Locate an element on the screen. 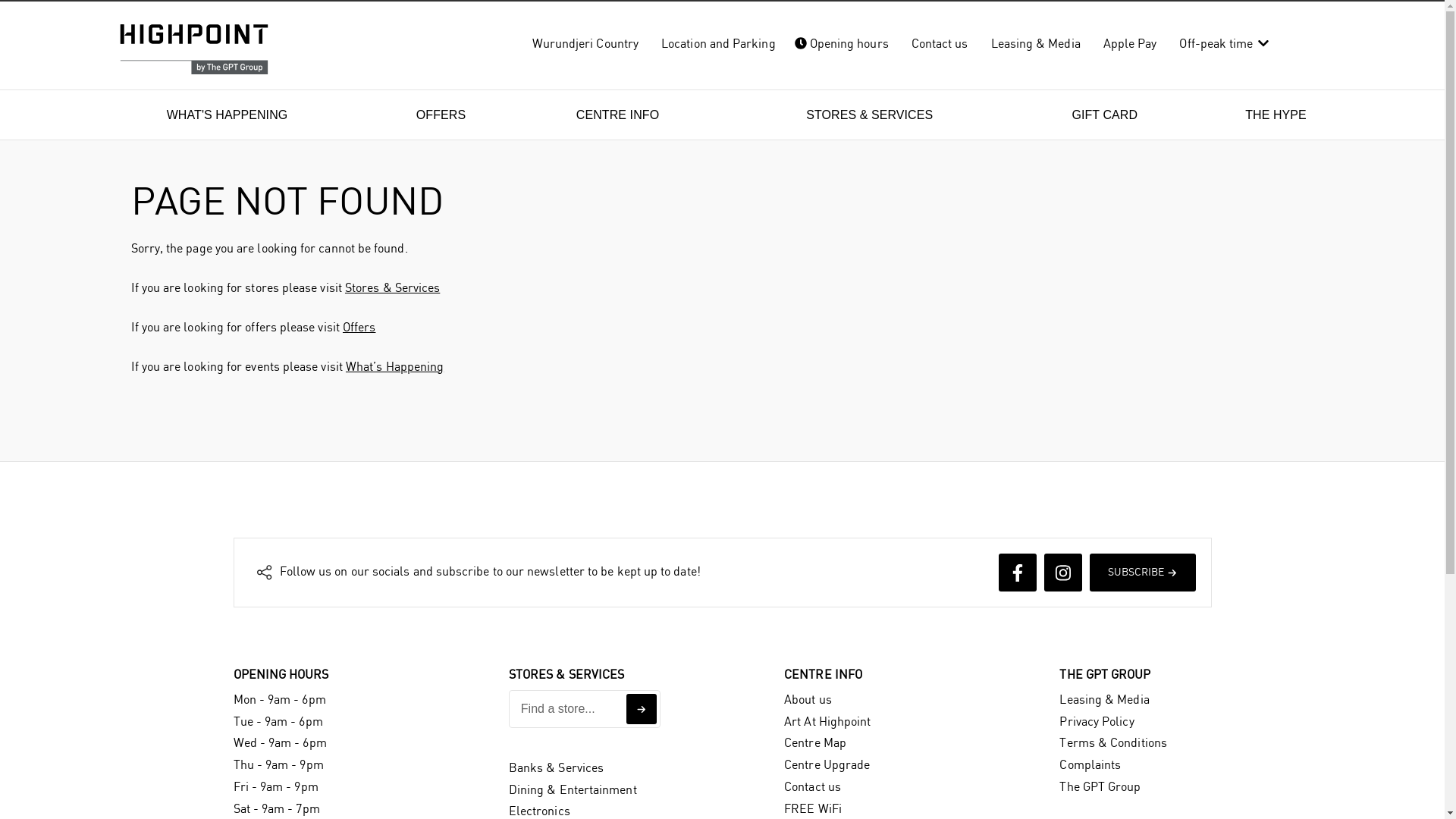 The width and height of the screenshot is (1456, 819). 'Terms & Conditions' is located at coordinates (1112, 742).